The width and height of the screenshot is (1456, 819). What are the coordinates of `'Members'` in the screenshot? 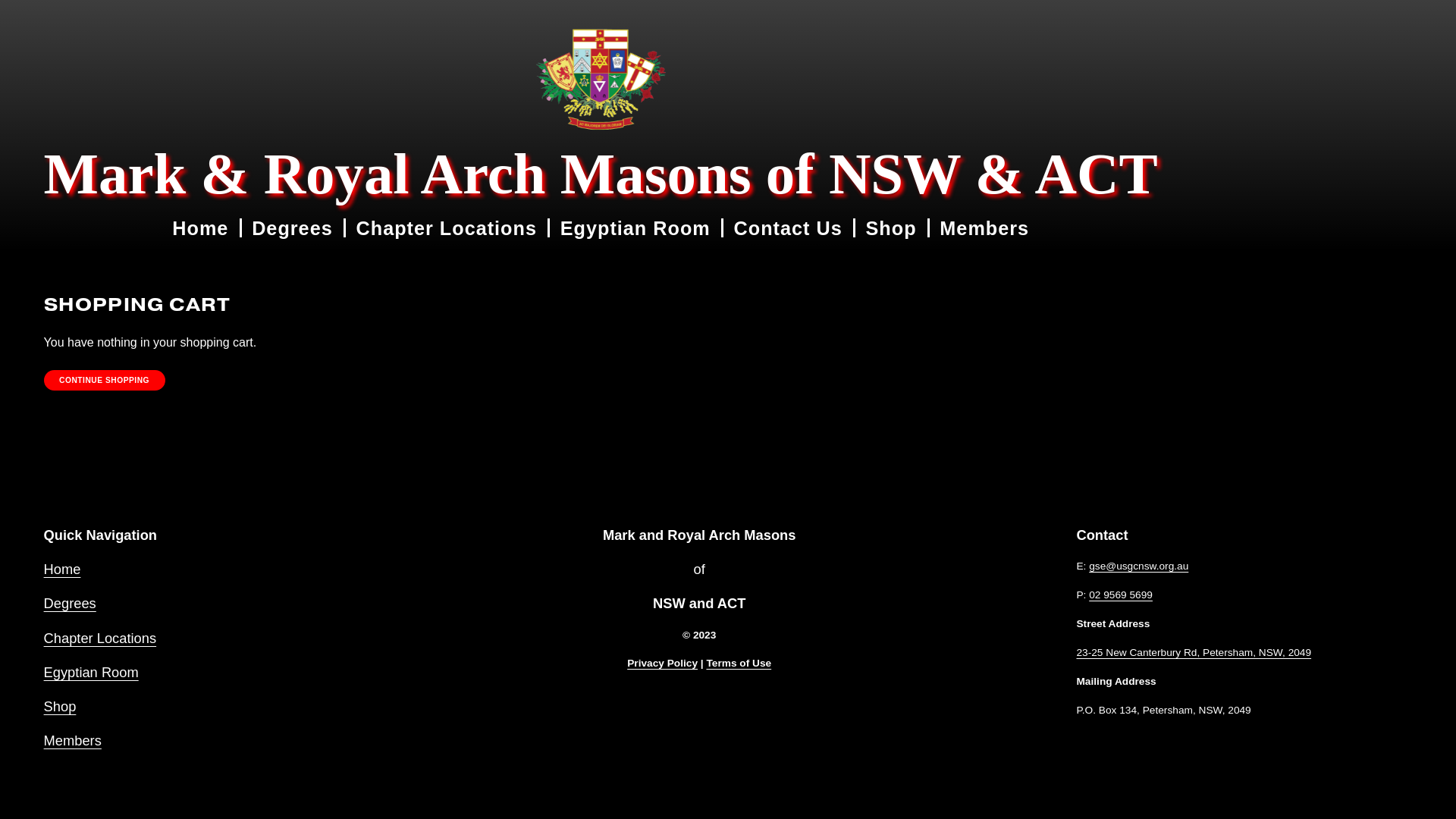 It's located at (72, 739).